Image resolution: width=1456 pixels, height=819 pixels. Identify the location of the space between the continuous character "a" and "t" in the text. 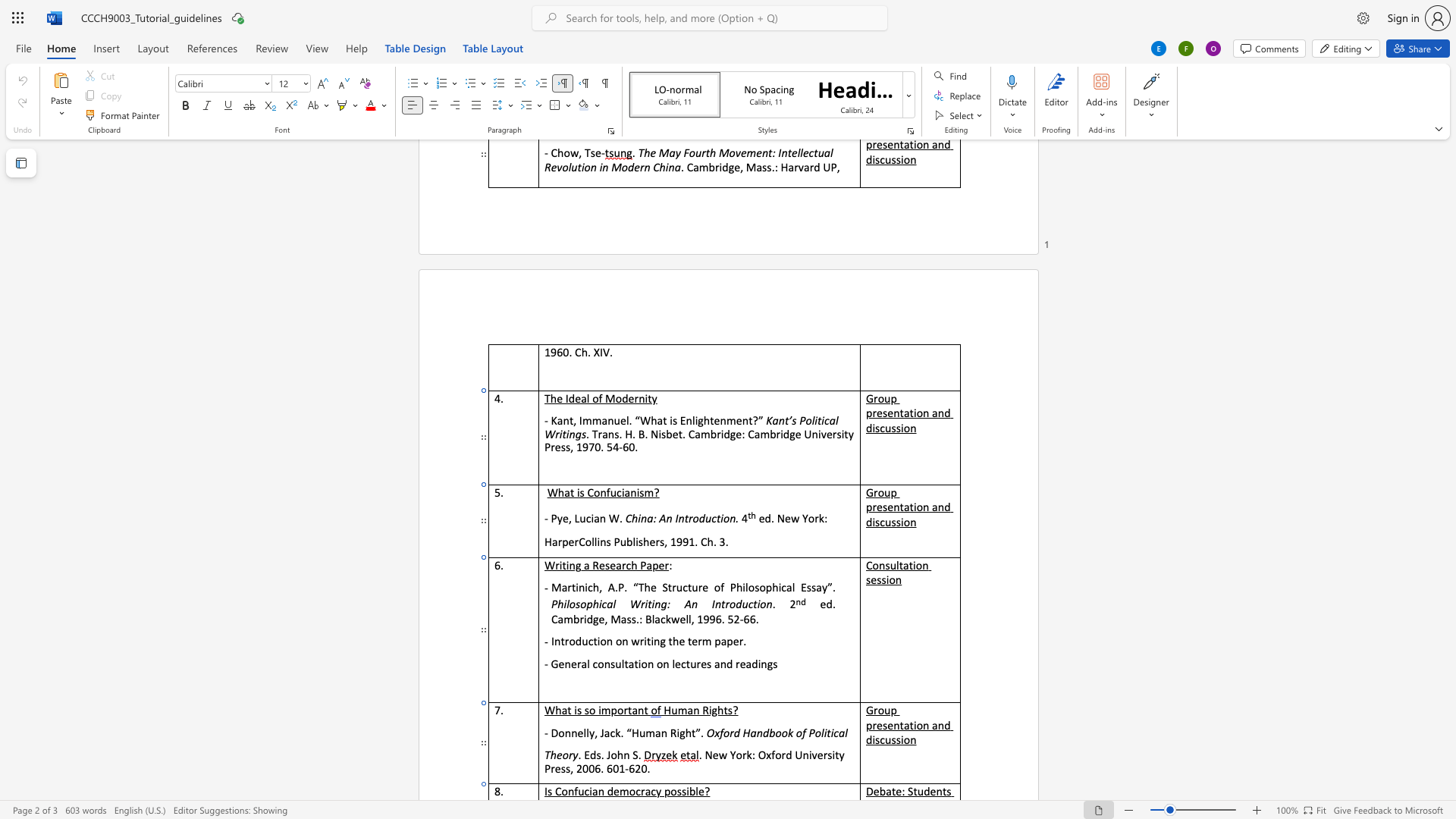
(909, 724).